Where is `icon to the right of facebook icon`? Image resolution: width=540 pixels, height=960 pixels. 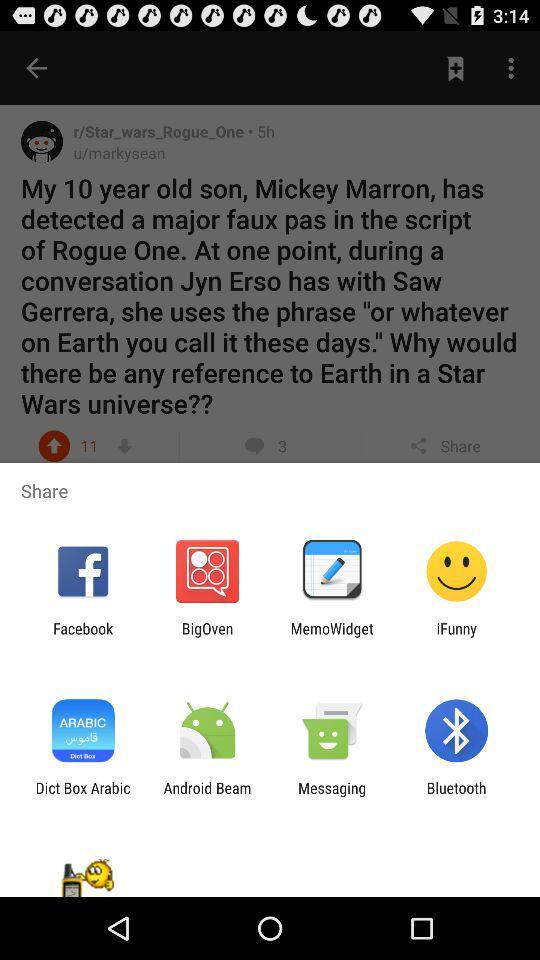 icon to the right of facebook icon is located at coordinates (206, 636).